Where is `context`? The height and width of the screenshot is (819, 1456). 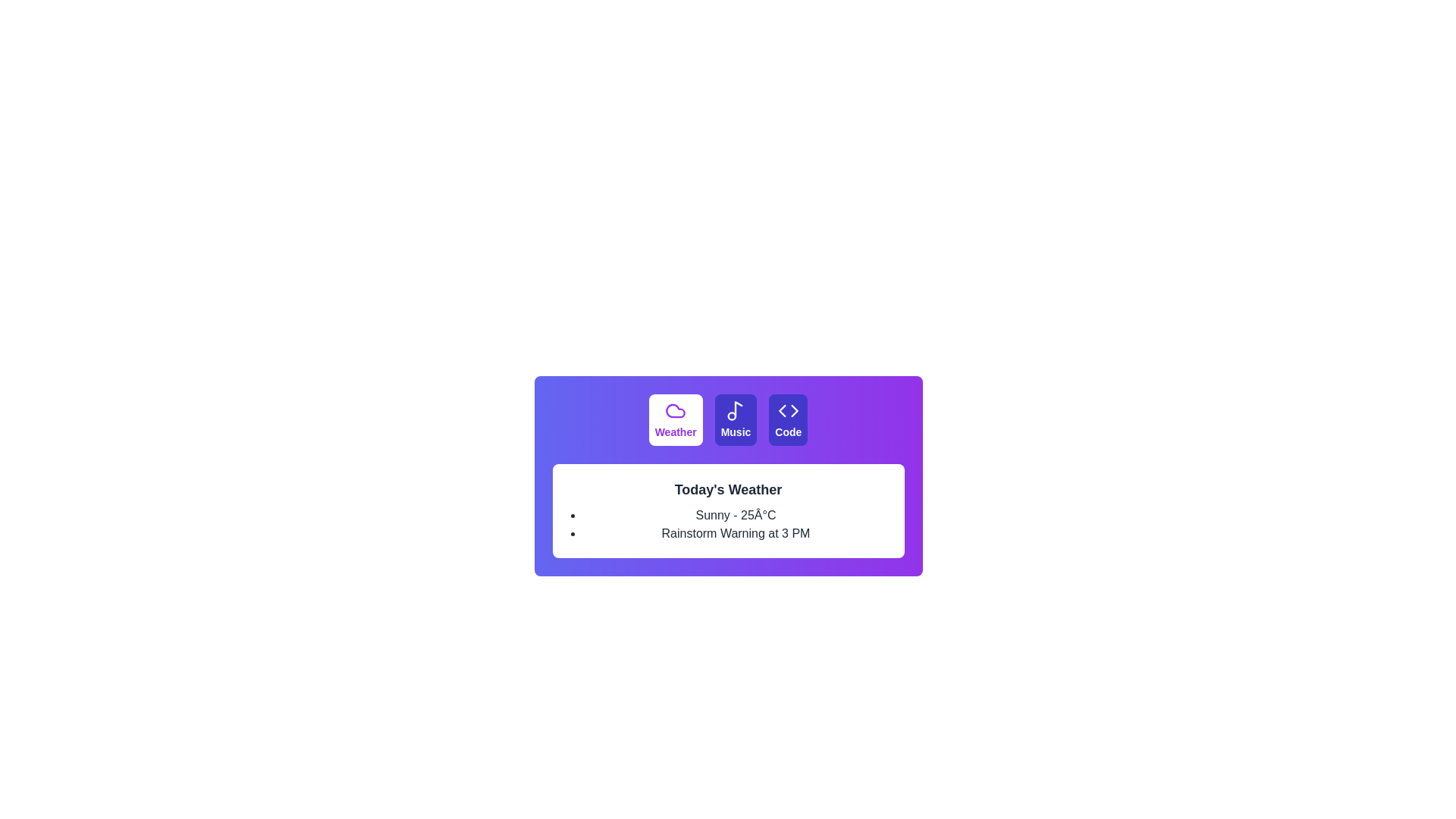
context is located at coordinates (736, 432).